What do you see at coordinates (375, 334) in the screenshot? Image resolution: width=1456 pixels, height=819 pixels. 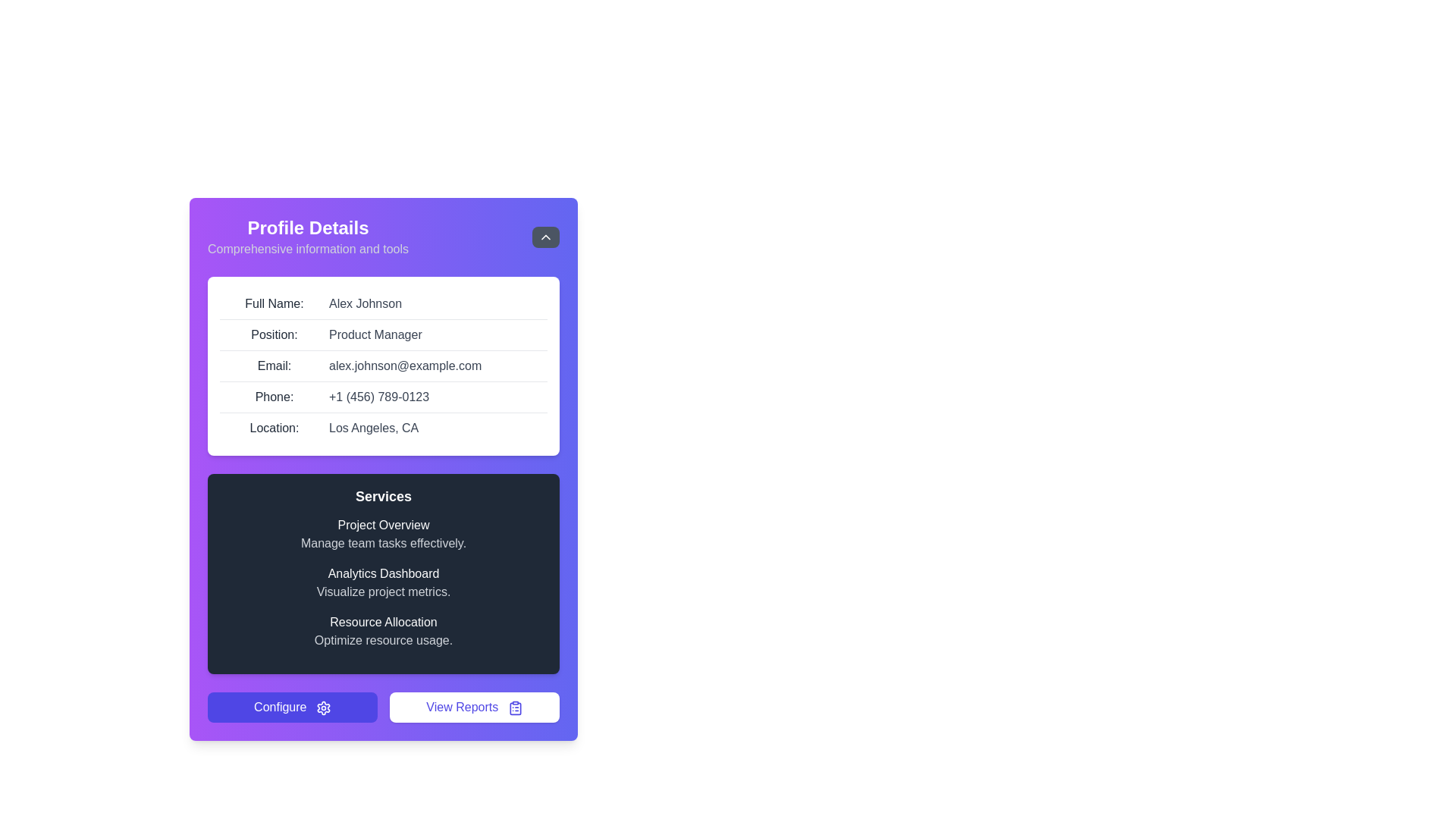 I see `the Static Text element displaying 'Product Manager', which is located in the profile details section to the right of the label 'Position:'` at bounding box center [375, 334].